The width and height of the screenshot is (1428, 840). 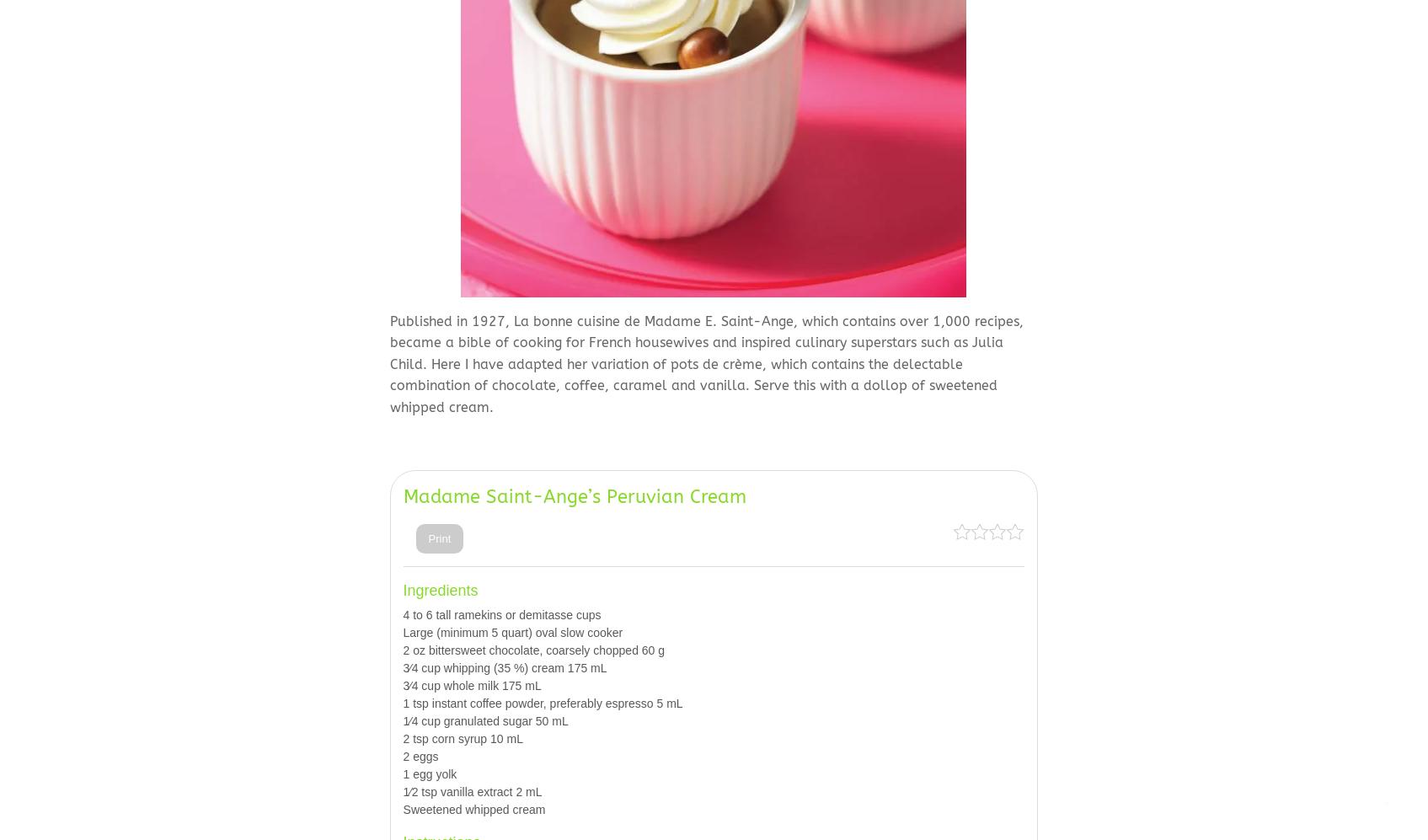 I want to click on '1⁄2 tsp            vanilla extract  2 mL', so click(x=401, y=791).